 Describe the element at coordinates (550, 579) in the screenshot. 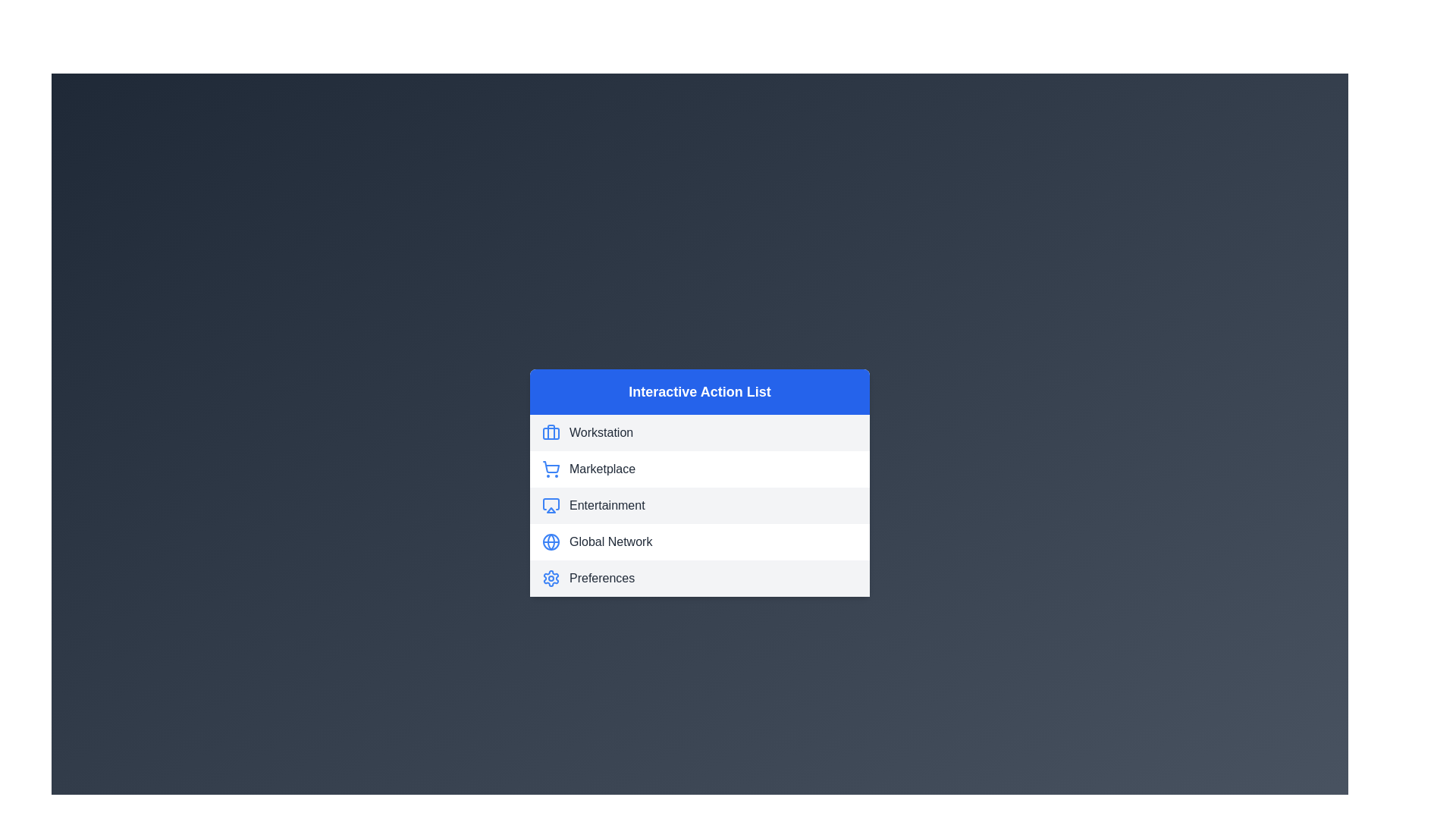

I see `the leftmost icon in the Preferences row of the Interactive Action List` at that location.